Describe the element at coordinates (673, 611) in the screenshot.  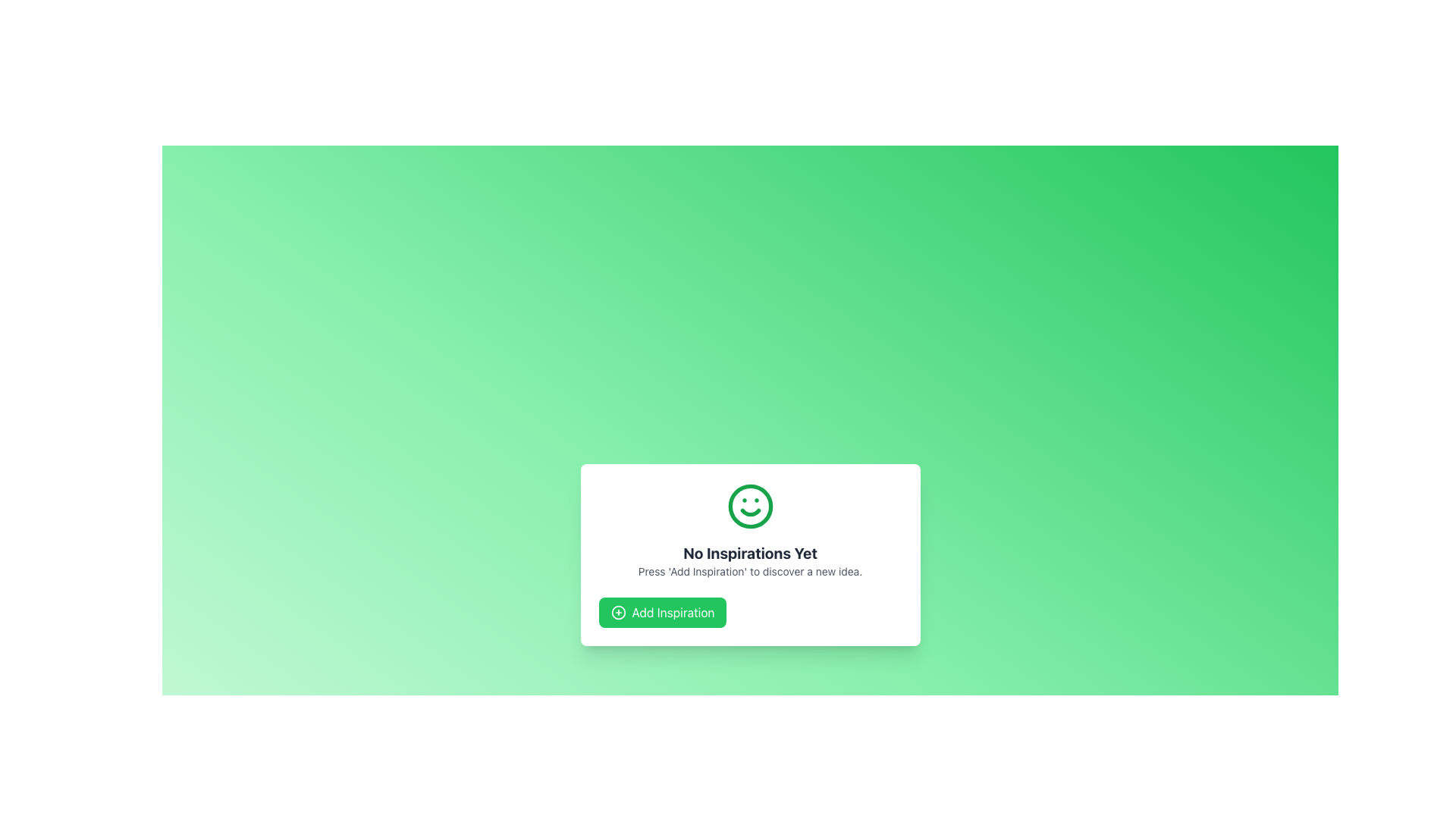
I see `the 'Add Inspiration' text label which is located on a green button at the bottom of a white card, next to a plus sign icon` at that location.